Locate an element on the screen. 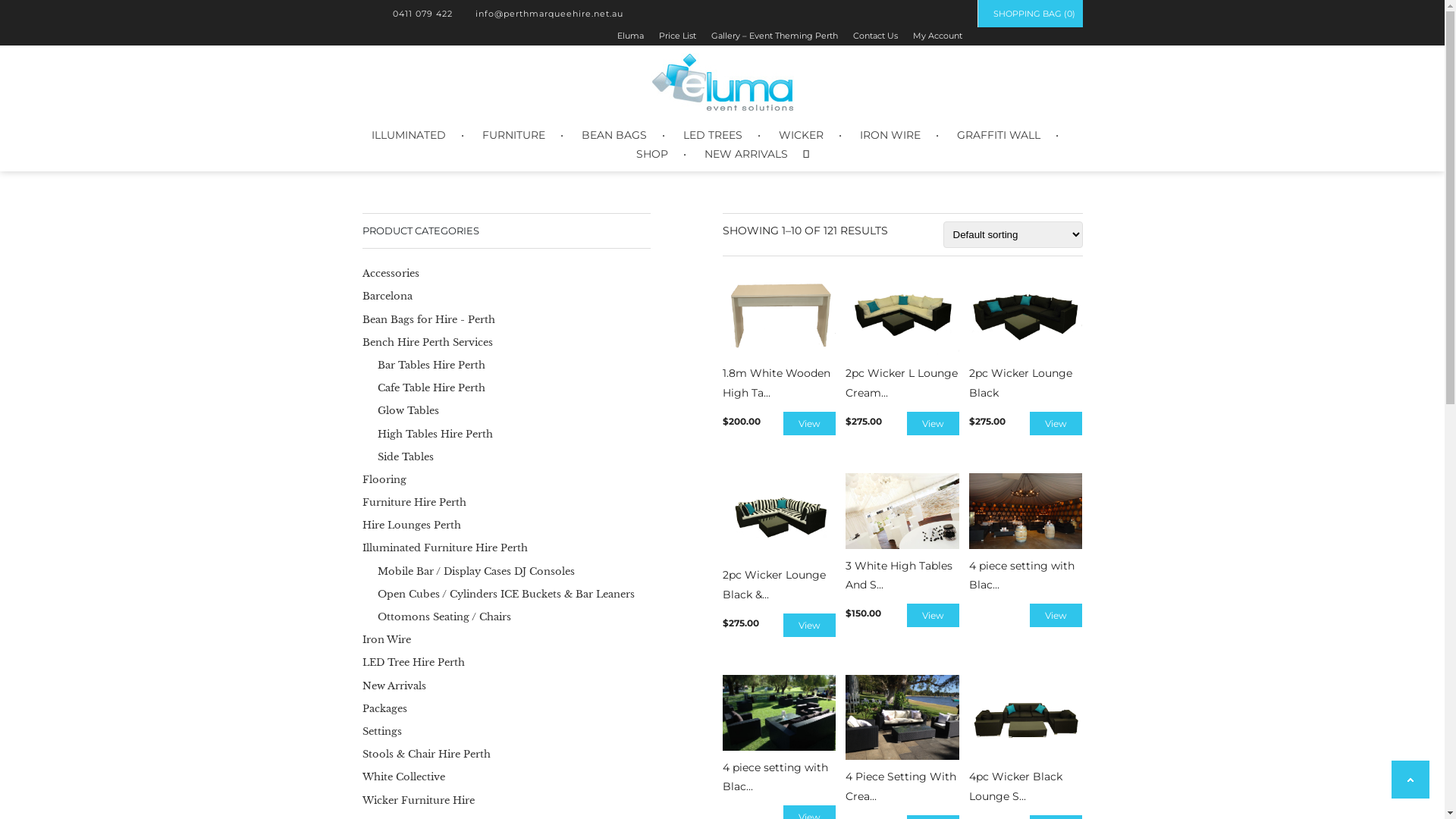 The image size is (1456, 819). 'Side Tables' is located at coordinates (405, 456).